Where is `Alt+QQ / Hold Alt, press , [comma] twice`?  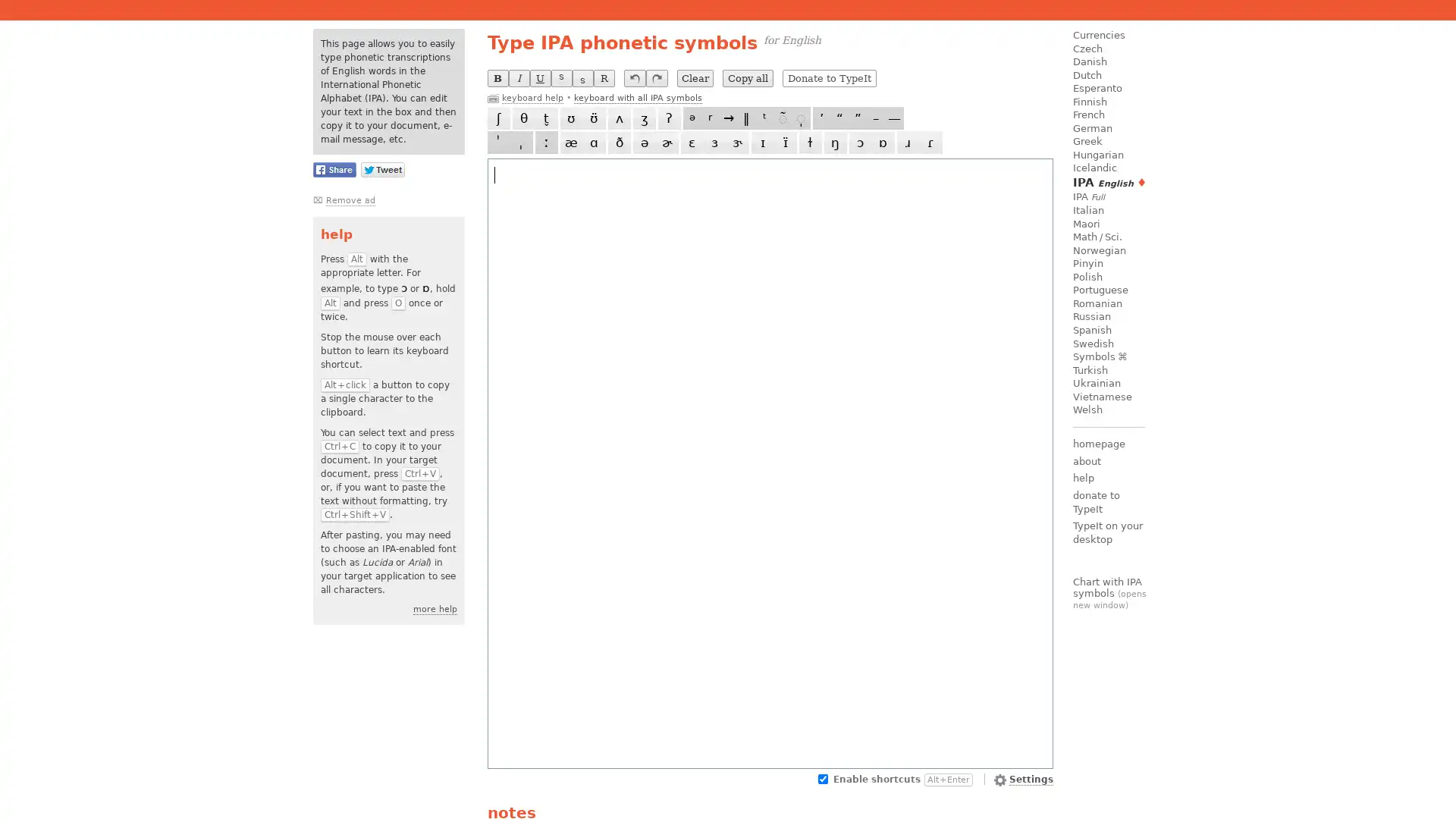
Alt+QQ / Hold Alt, press , [comma] twice is located at coordinates (520, 141).